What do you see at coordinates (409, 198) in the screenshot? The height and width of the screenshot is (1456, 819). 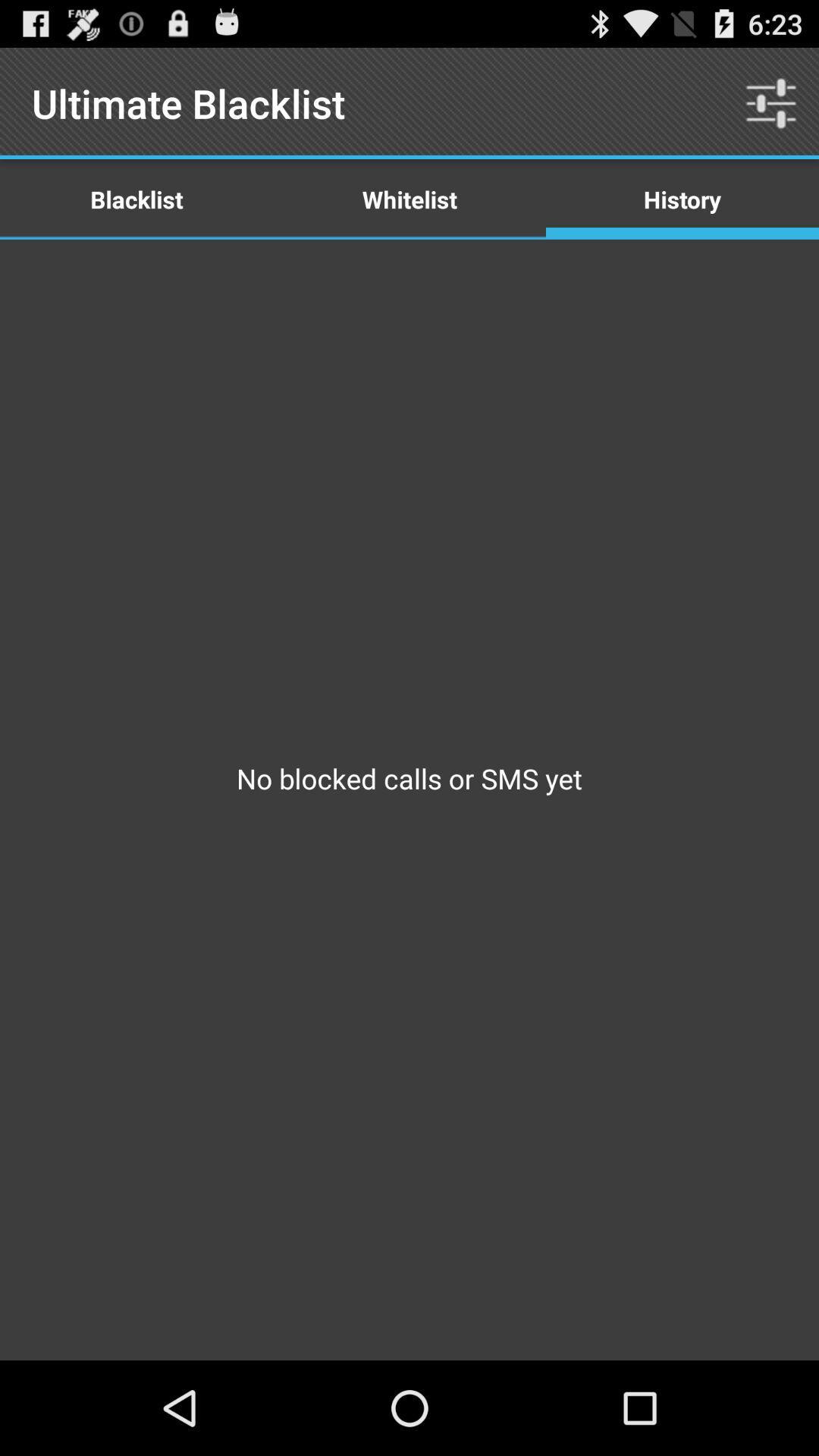 I see `item above no blocked calls icon` at bounding box center [409, 198].